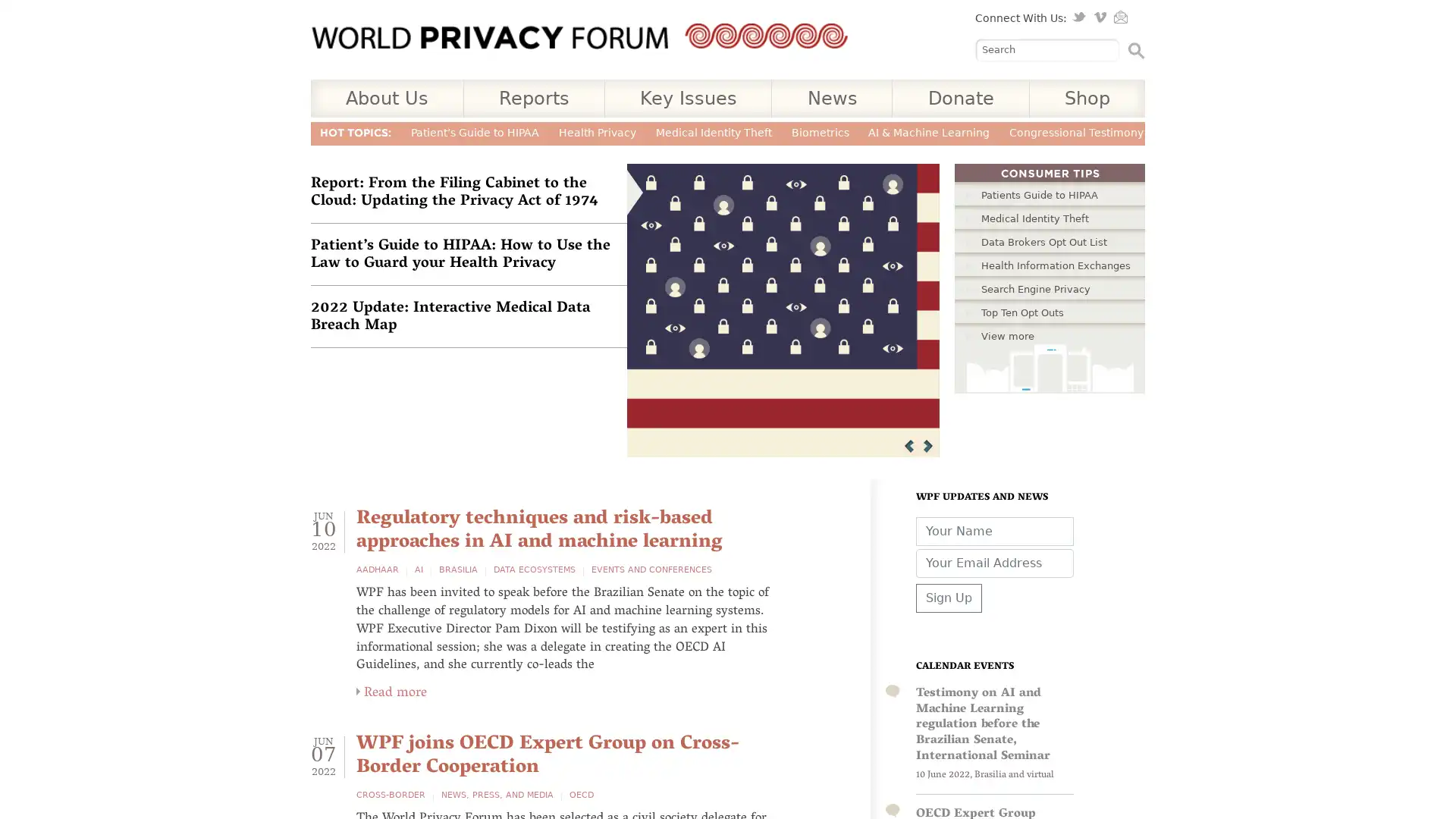  What do you see at coordinates (1136, 49) in the screenshot?
I see `Search` at bounding box center [1136, 49].